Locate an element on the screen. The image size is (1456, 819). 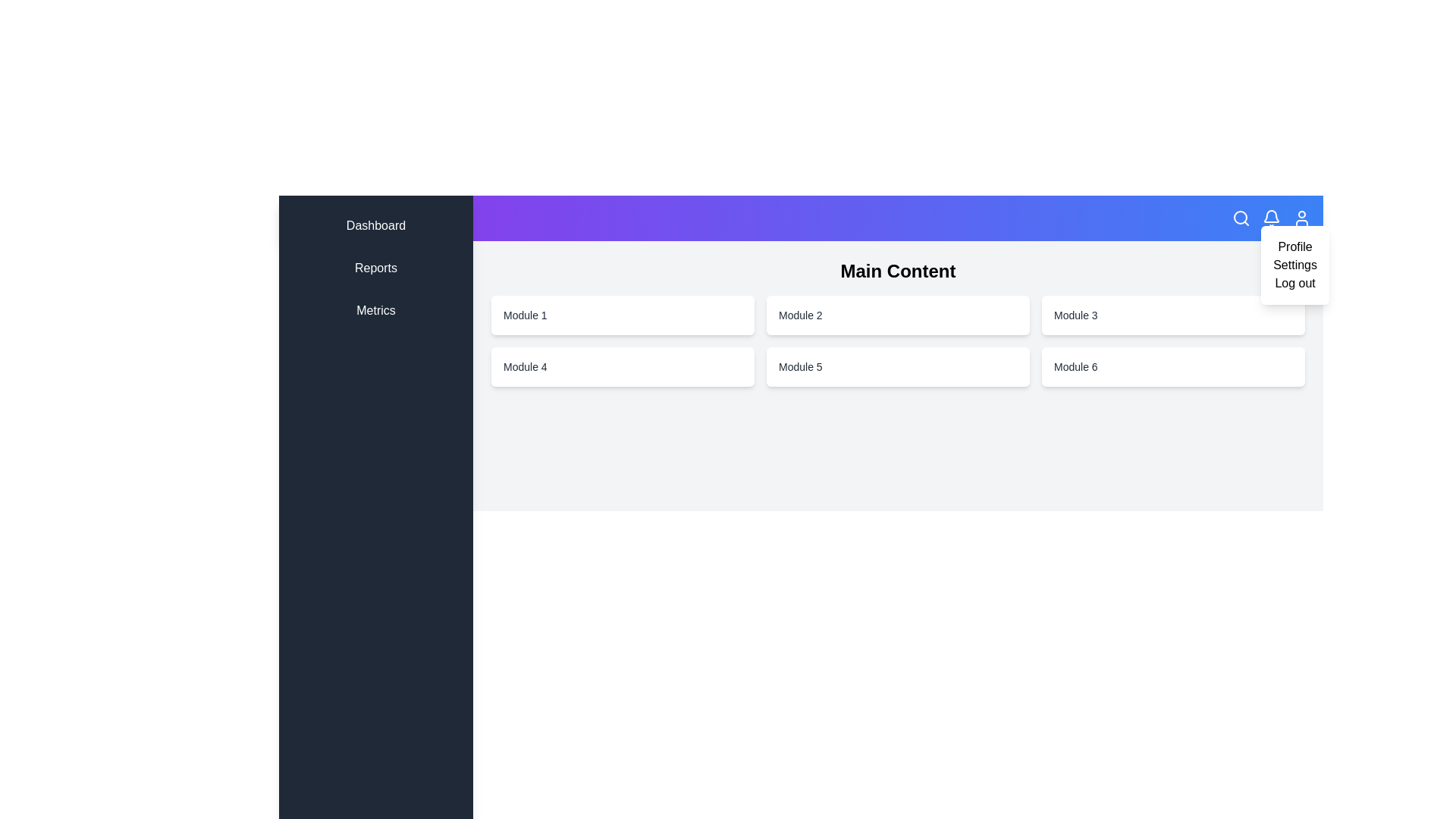
the 'Settings' text label in the vertical menu is located at coordinates (1294, 265).